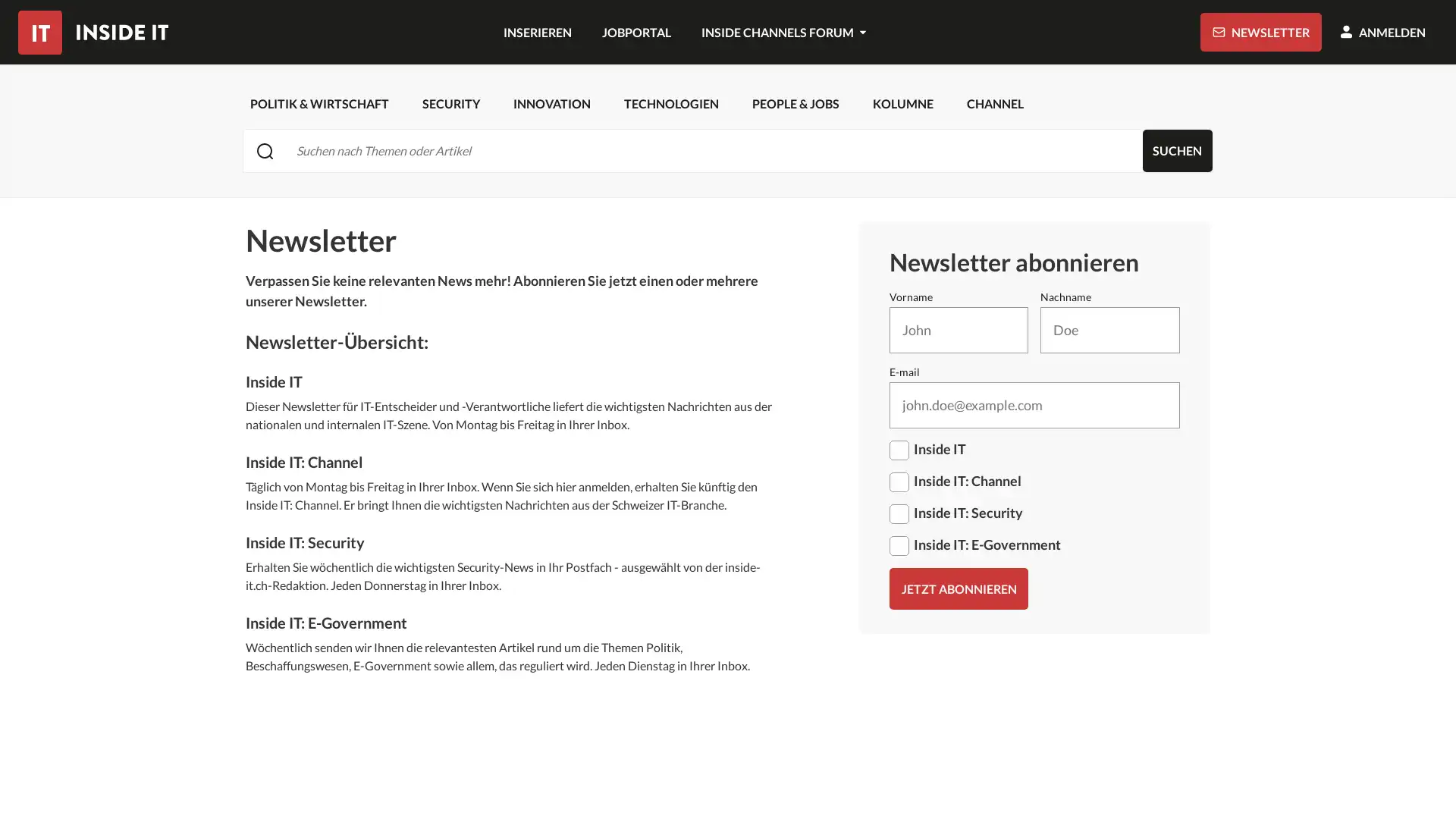  What do you see at coordinates (957, 588) in the screenshot?
I see `JETZT ABONNIEREN` at bounding box center [957, 588].